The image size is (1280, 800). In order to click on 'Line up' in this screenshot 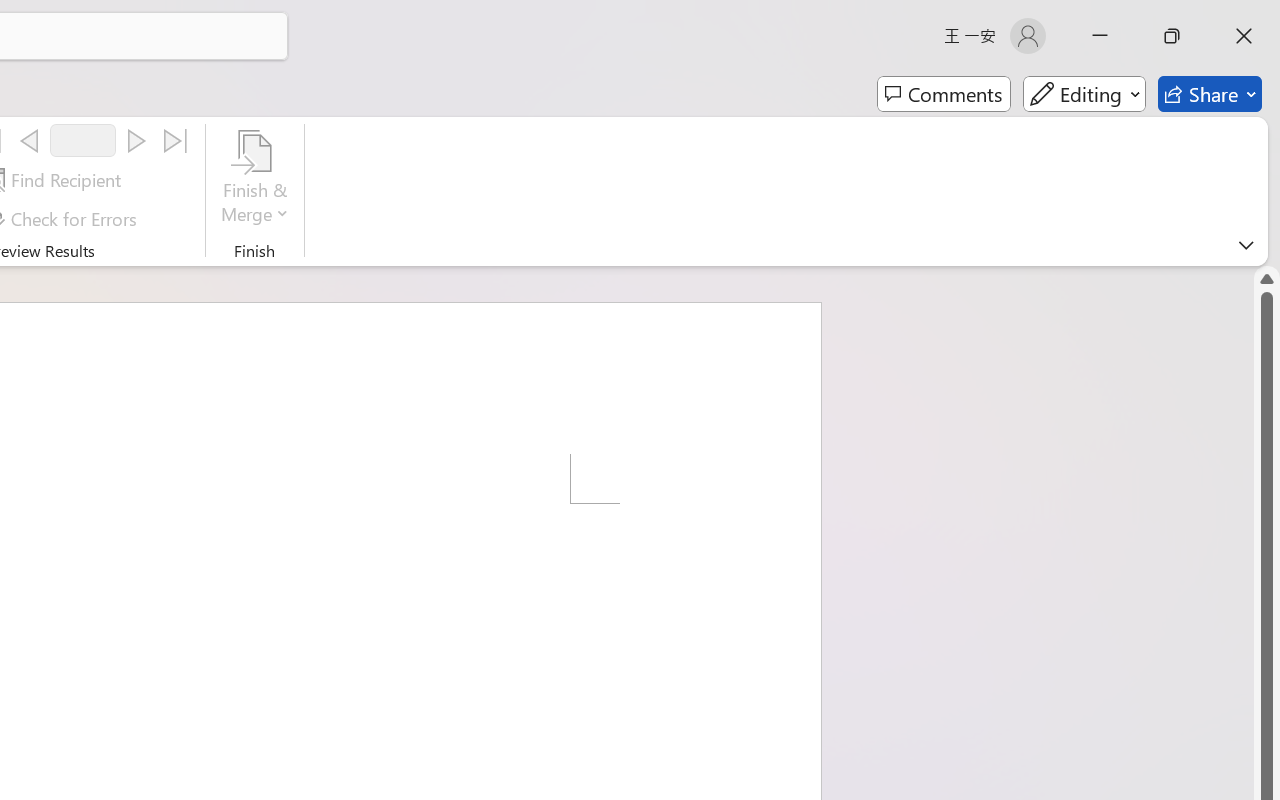, I will do `click(1266, 278)`.